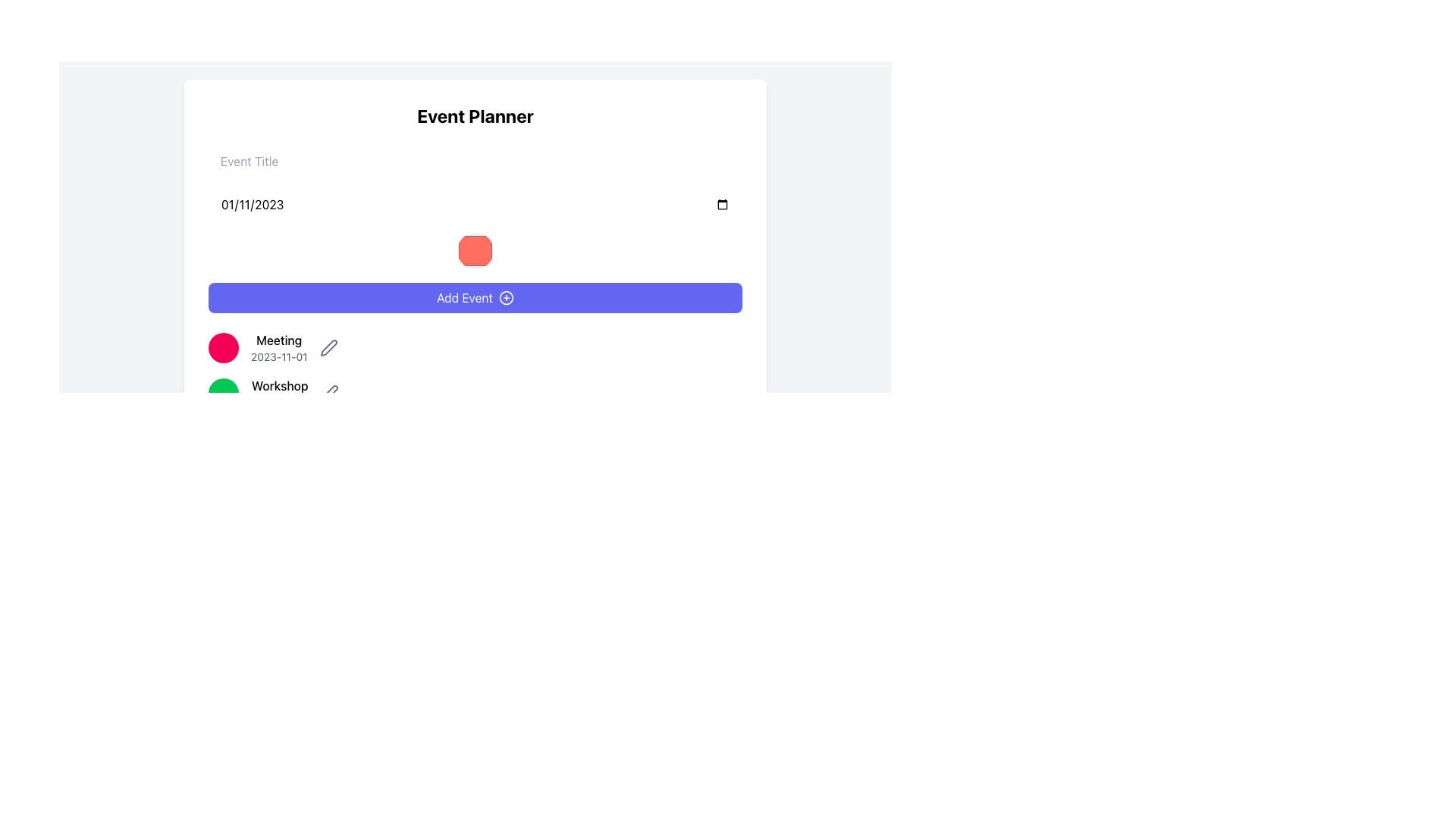 The height and width of the screenshot is (819, 1456). What do you see at coordinates (506, 298) in the screenshot?
I see `'Add Event' icon (Circle with Plus Sign) for accessibility purposes, which is located to the right of the 'Add Event' text in the button` at bounding box center [506, 298].